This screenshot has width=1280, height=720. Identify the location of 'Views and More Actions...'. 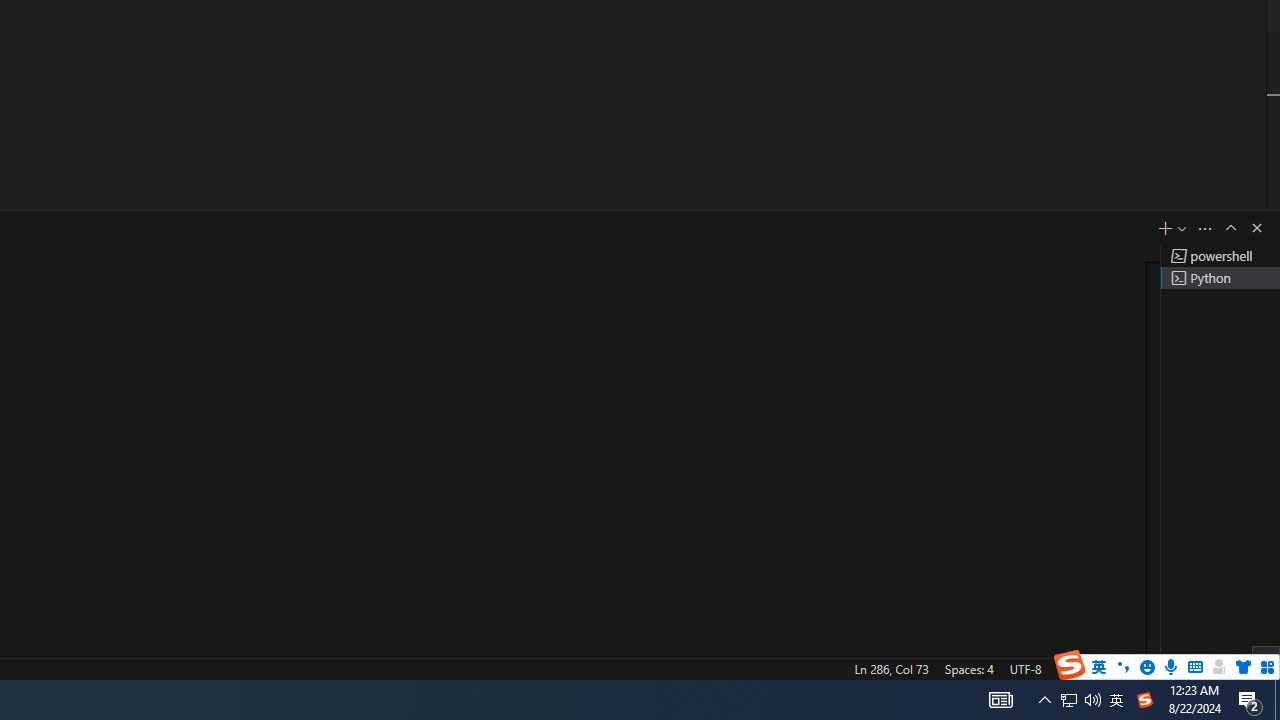
(1204, 227).